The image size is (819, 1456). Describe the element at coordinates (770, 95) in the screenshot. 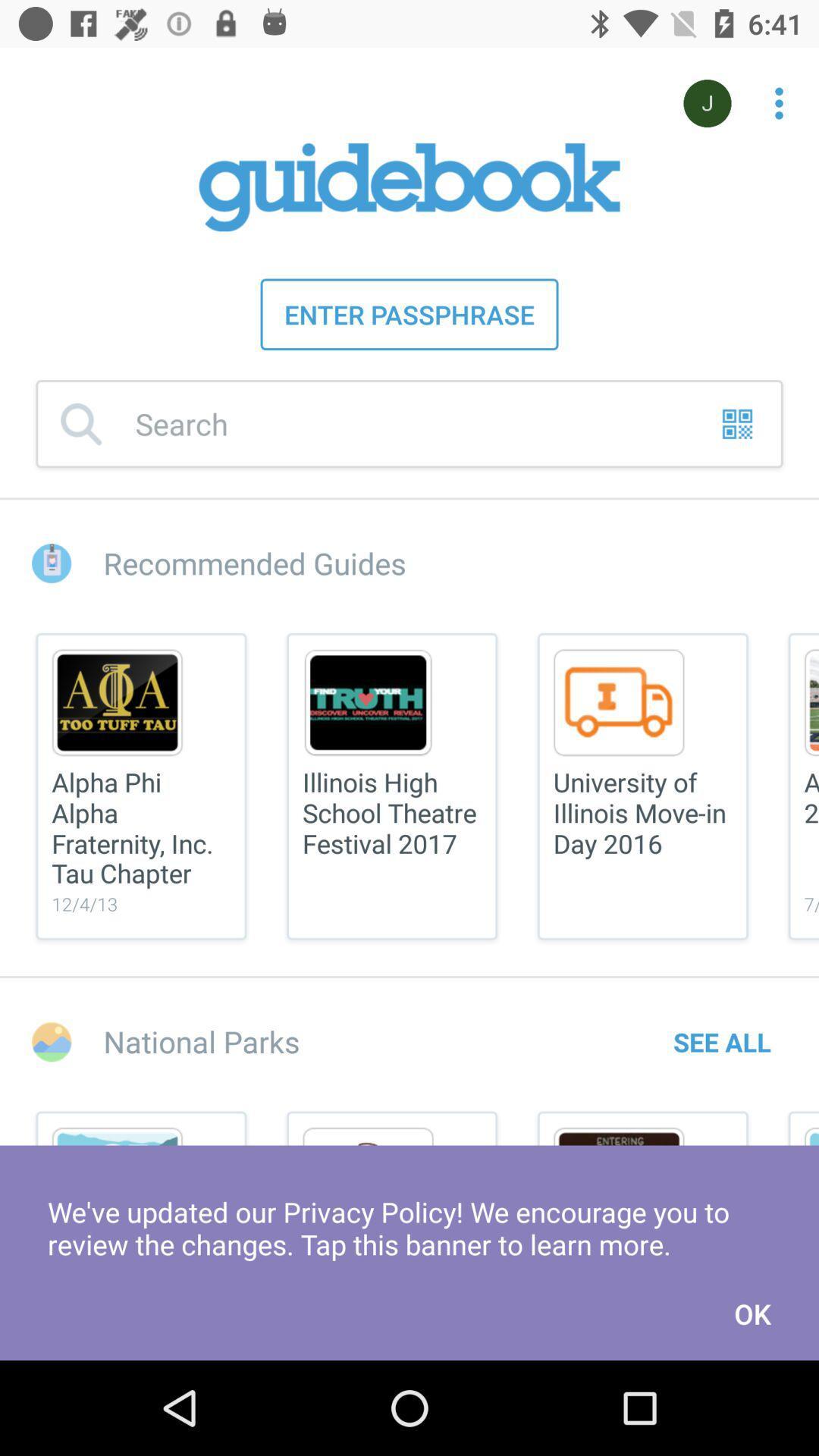

I see `the more icon` at that location.